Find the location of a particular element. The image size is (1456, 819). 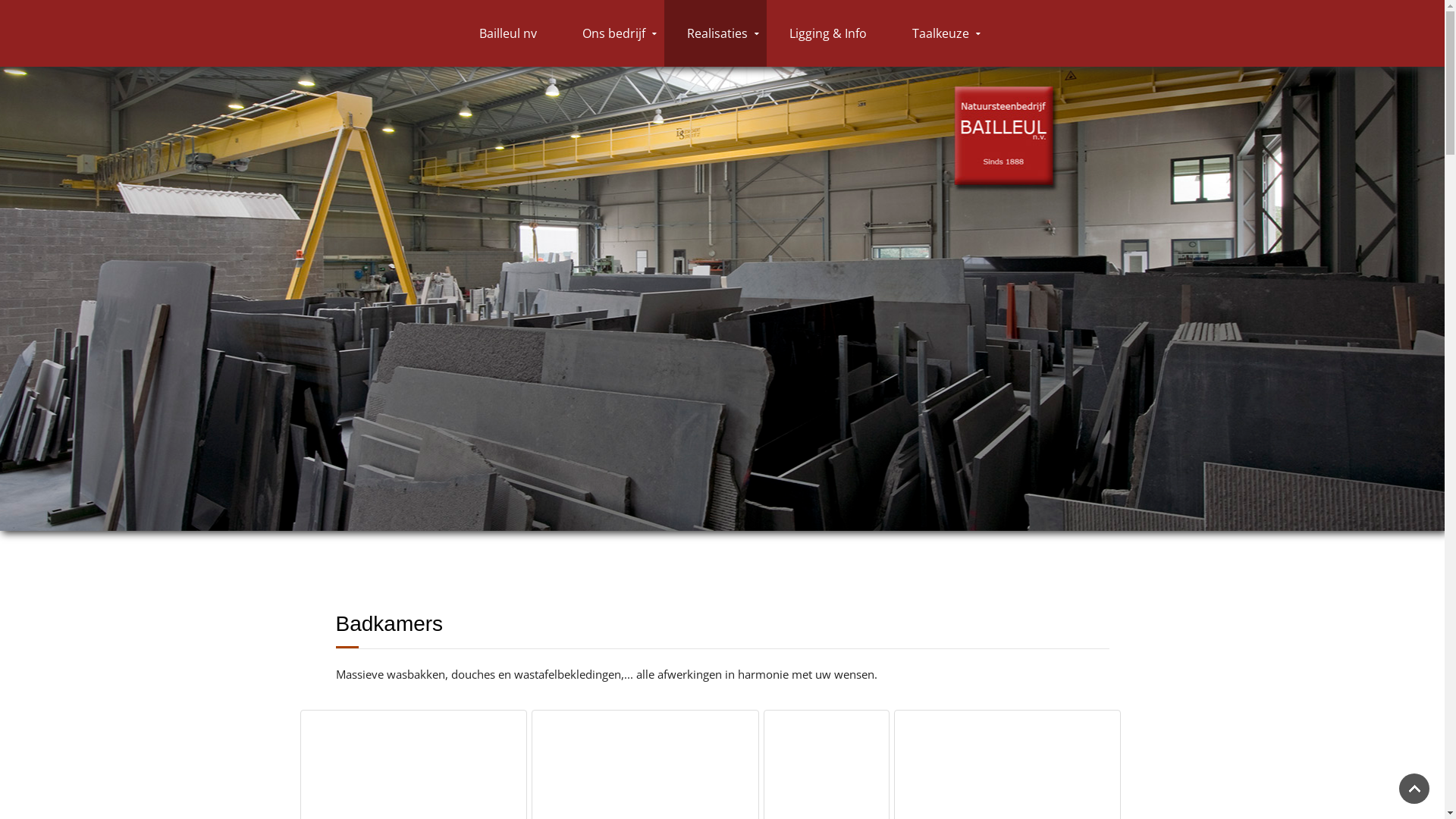

'Ons bedrijf' is located at coordinates (559, 33).